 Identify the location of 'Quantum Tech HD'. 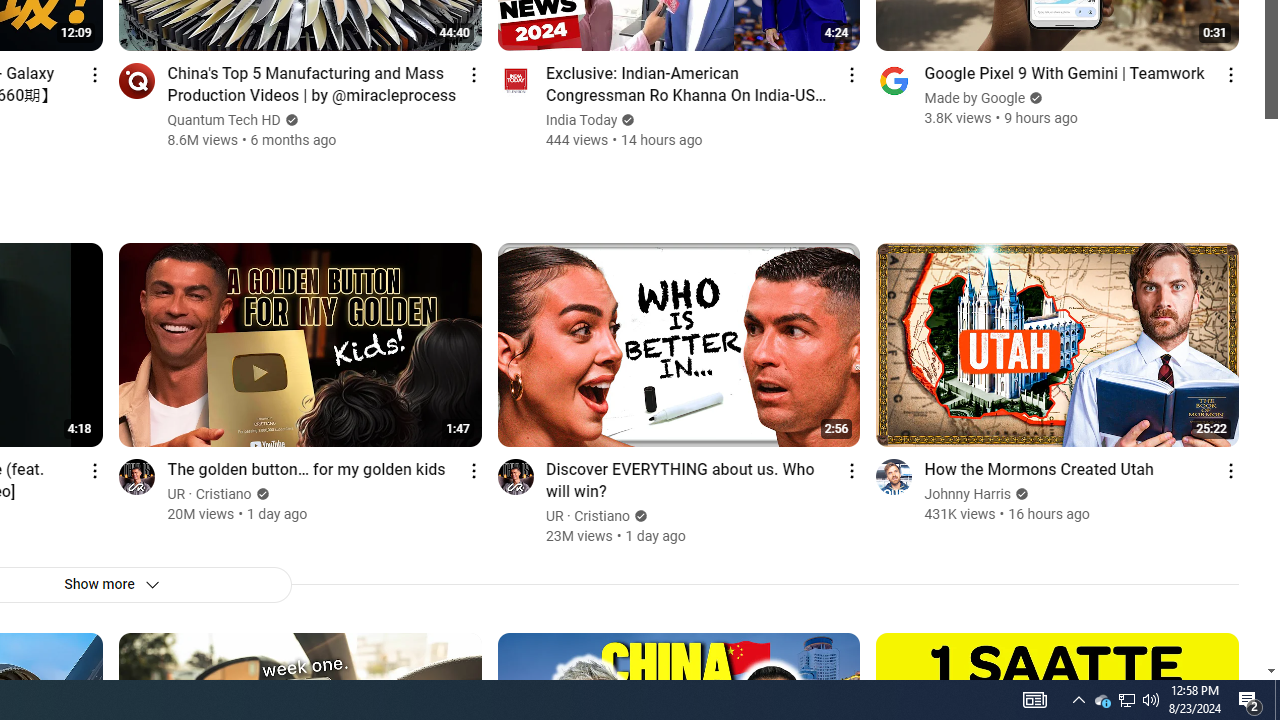
(224, 120).